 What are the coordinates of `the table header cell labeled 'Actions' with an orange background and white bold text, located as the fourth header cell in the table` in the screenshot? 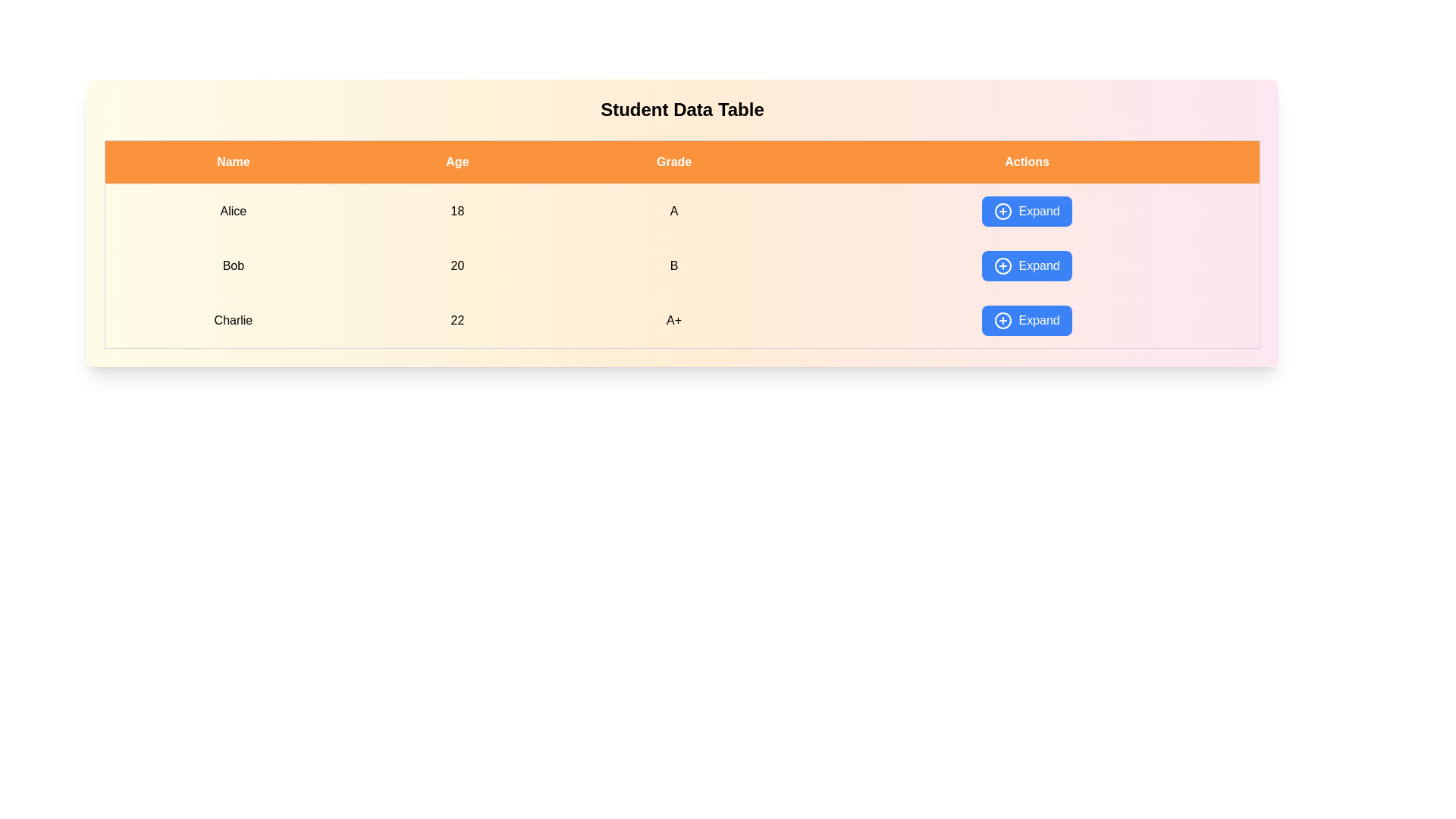 It's located at (1027, 162).